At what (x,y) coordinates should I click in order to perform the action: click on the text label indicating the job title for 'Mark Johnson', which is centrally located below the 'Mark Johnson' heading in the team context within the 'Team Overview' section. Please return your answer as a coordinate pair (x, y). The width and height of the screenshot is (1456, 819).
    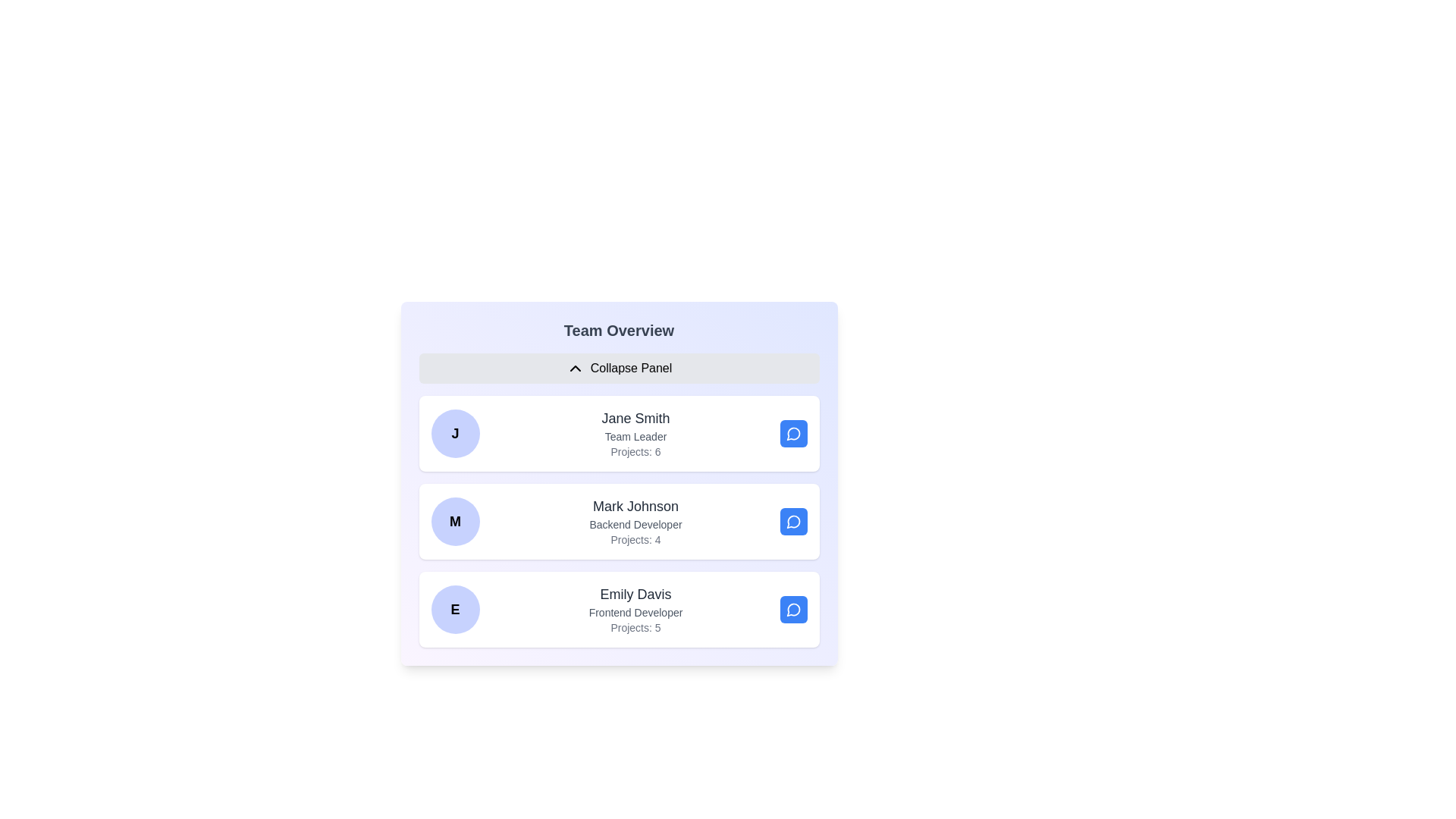
    Looking at the image, I should click on (635, 523).